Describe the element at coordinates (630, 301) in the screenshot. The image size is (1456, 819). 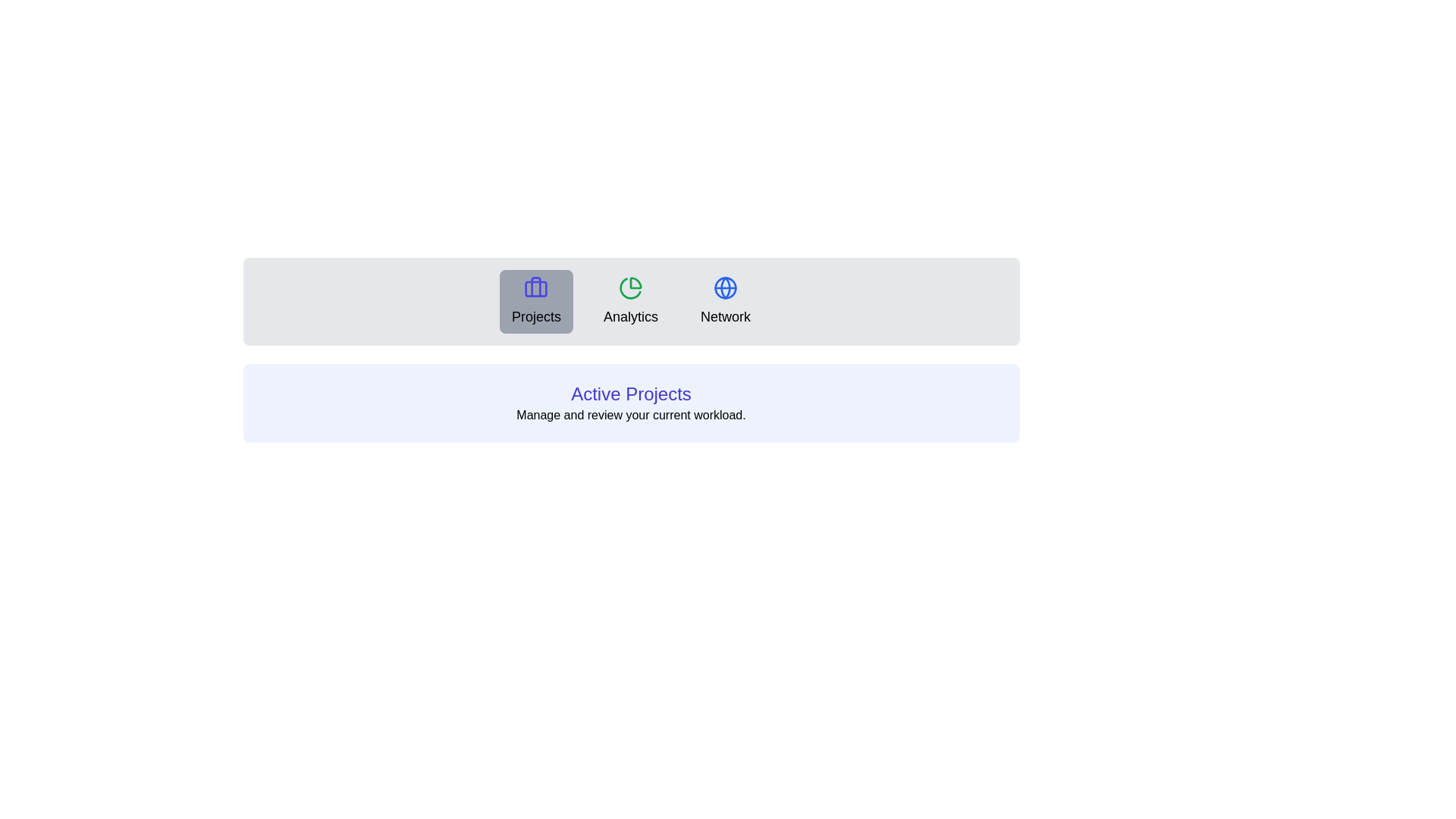
I see `the Analytics tab by clicking on its button` at that location.